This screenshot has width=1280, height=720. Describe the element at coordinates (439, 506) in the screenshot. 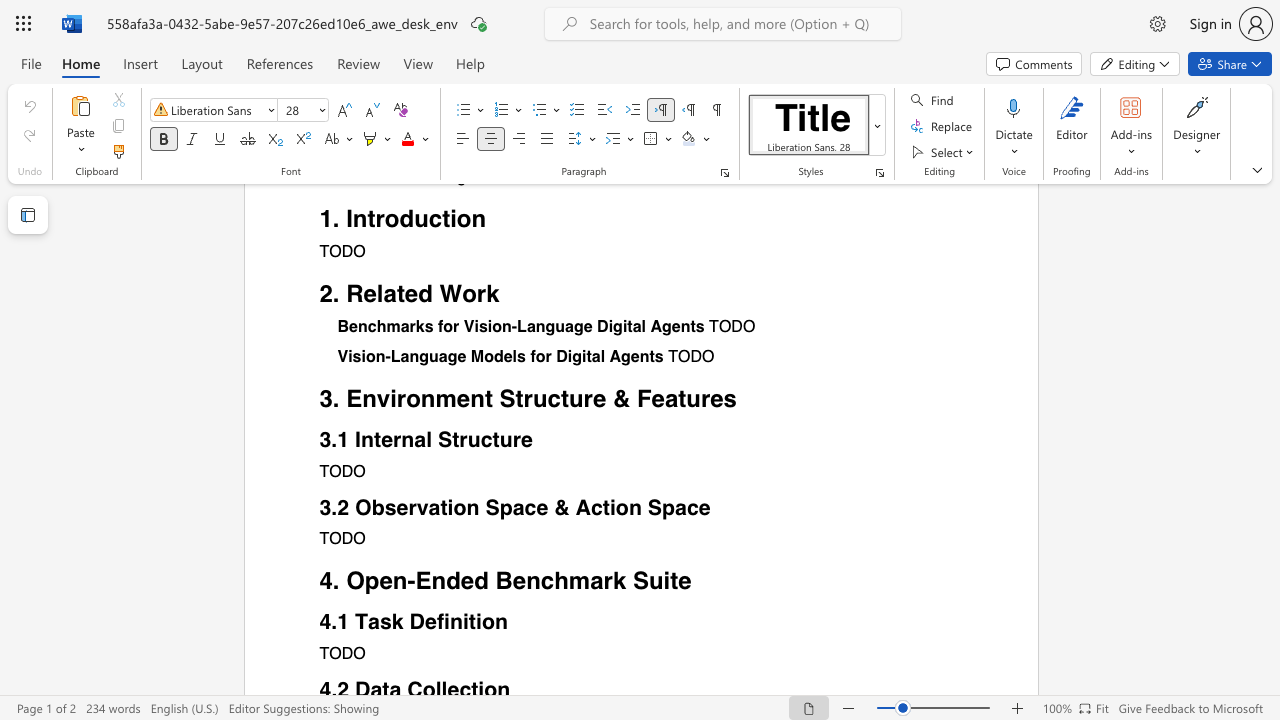

I see `the subset text "tion Spac" within the text "3.2 Observation Space & Action Space"` at that location.